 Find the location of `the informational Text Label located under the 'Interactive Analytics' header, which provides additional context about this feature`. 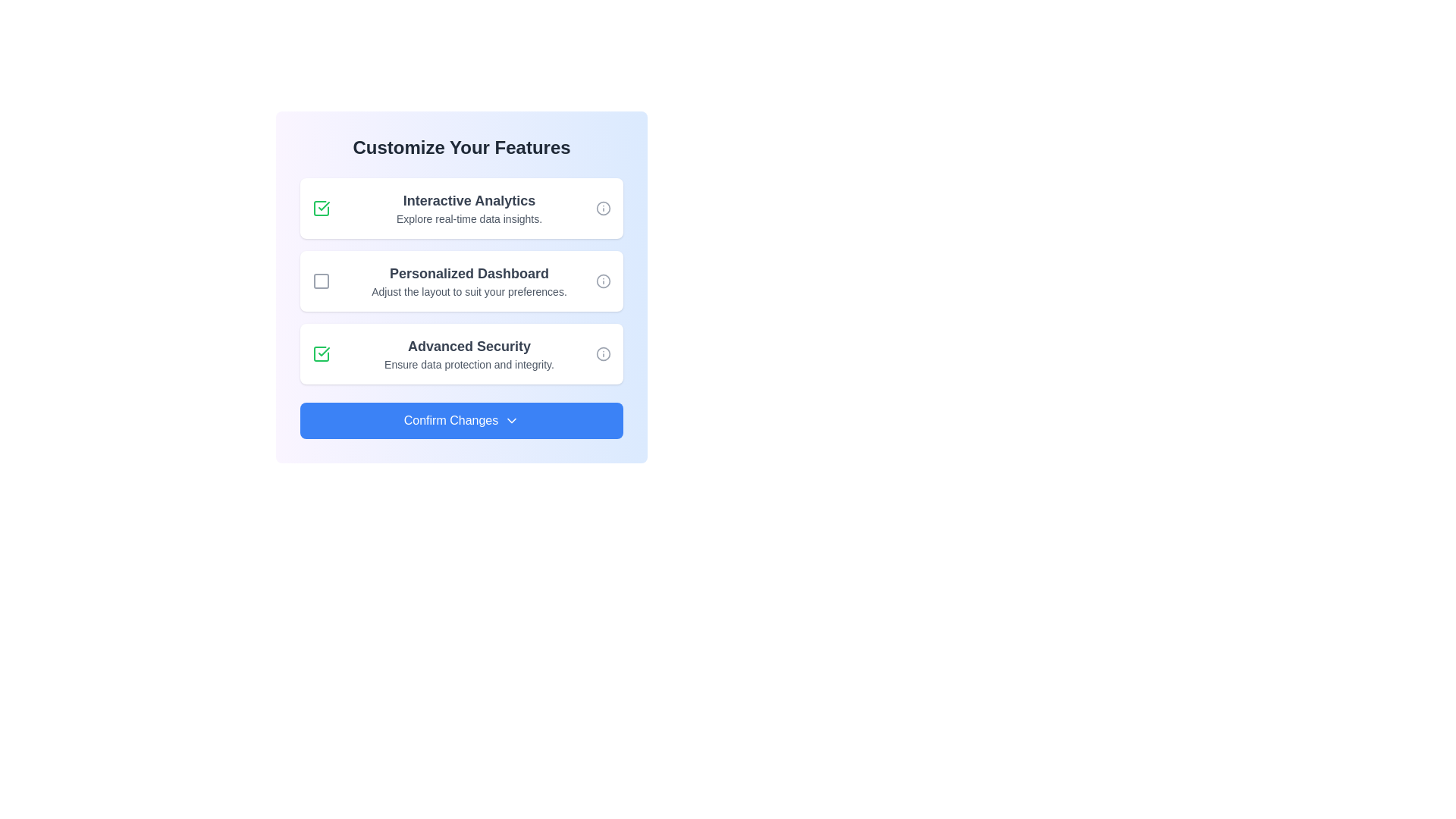

the informational Text Label located under the 'Interactive Analytics' header, which provides additional context about this feature is located at coordinates (469, 219).